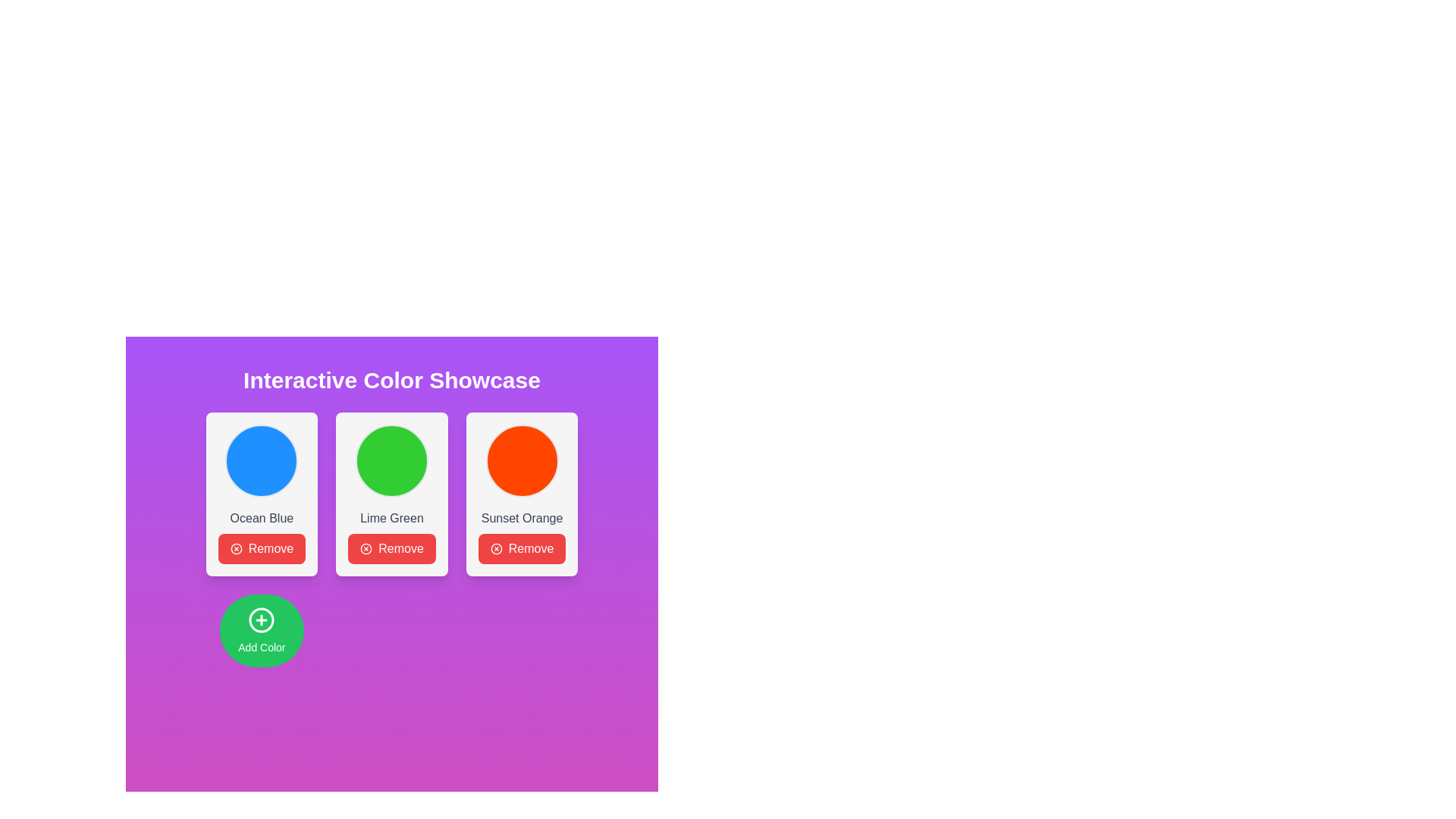 The image size is (1456, 819). Describe the element at coordinates (392, 539) in the screenshot. I see `the 'Remove' button with a red background and white text, located beneath the green circular item labeled 'Lime Green'` at that location.